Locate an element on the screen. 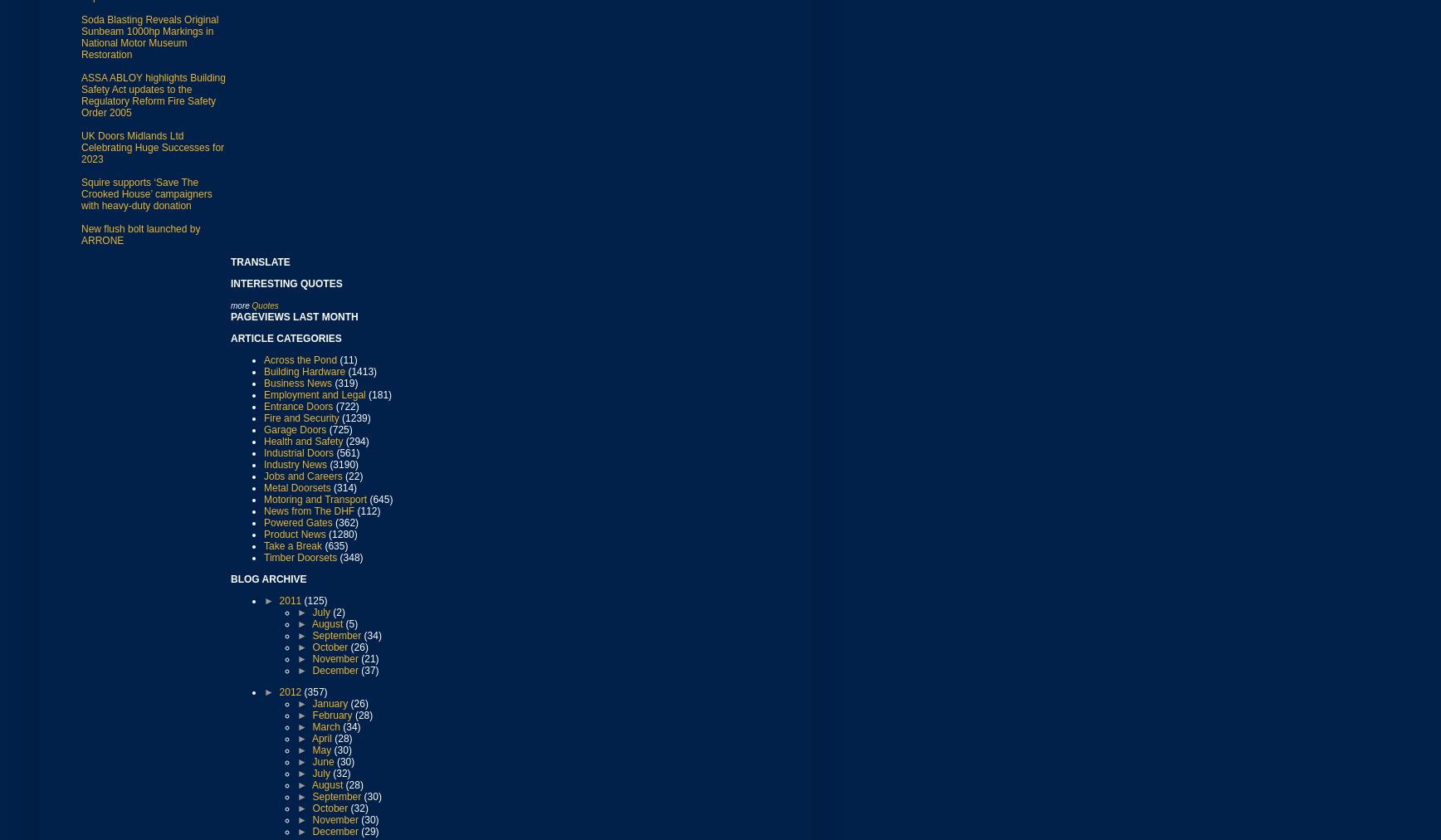 Image resolution: width=1441 pixels, height=840 pixels. '(29)' is located at coordinates (361, 830).